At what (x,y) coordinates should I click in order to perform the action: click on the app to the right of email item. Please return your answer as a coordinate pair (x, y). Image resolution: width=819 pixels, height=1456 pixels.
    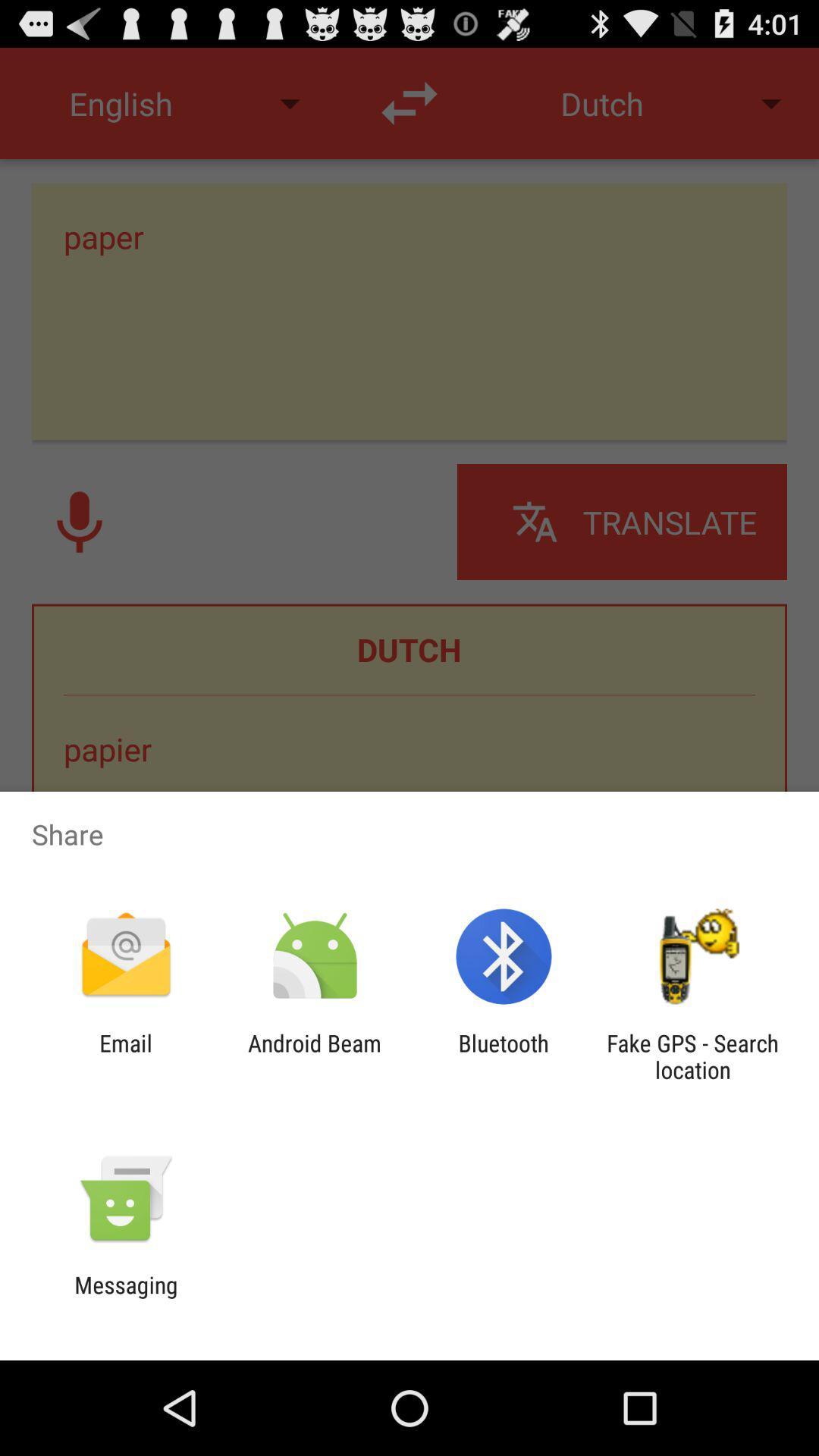
    Looking at the image, I should click on (314, 1056).